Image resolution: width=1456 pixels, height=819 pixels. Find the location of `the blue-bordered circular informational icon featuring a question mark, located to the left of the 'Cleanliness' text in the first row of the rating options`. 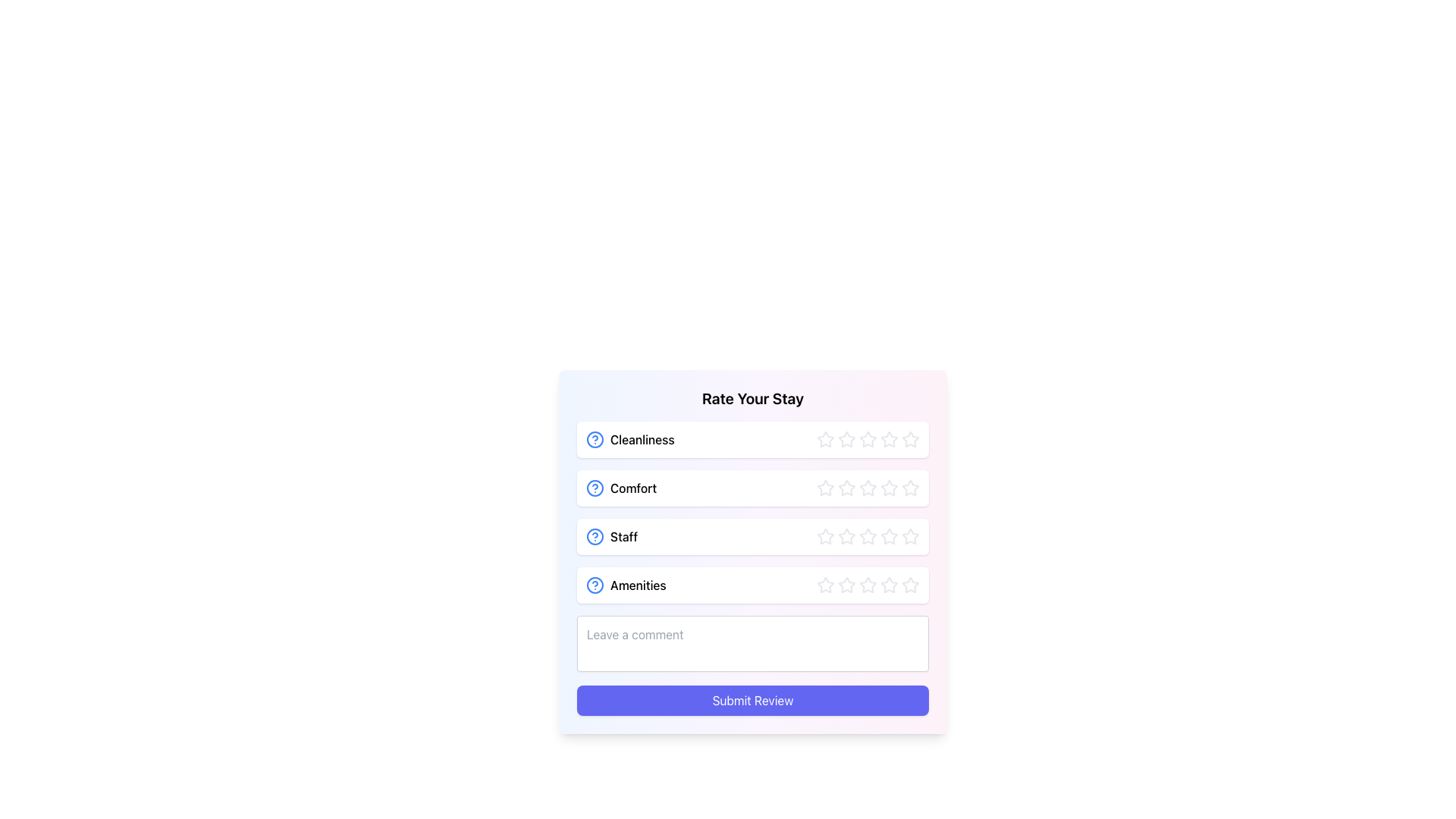

the blue-bordered circular informational icon featuring a question mark, located to the left of the 'Cleanliness' text in the first row of the rating options is located at coordinates (595, 439).